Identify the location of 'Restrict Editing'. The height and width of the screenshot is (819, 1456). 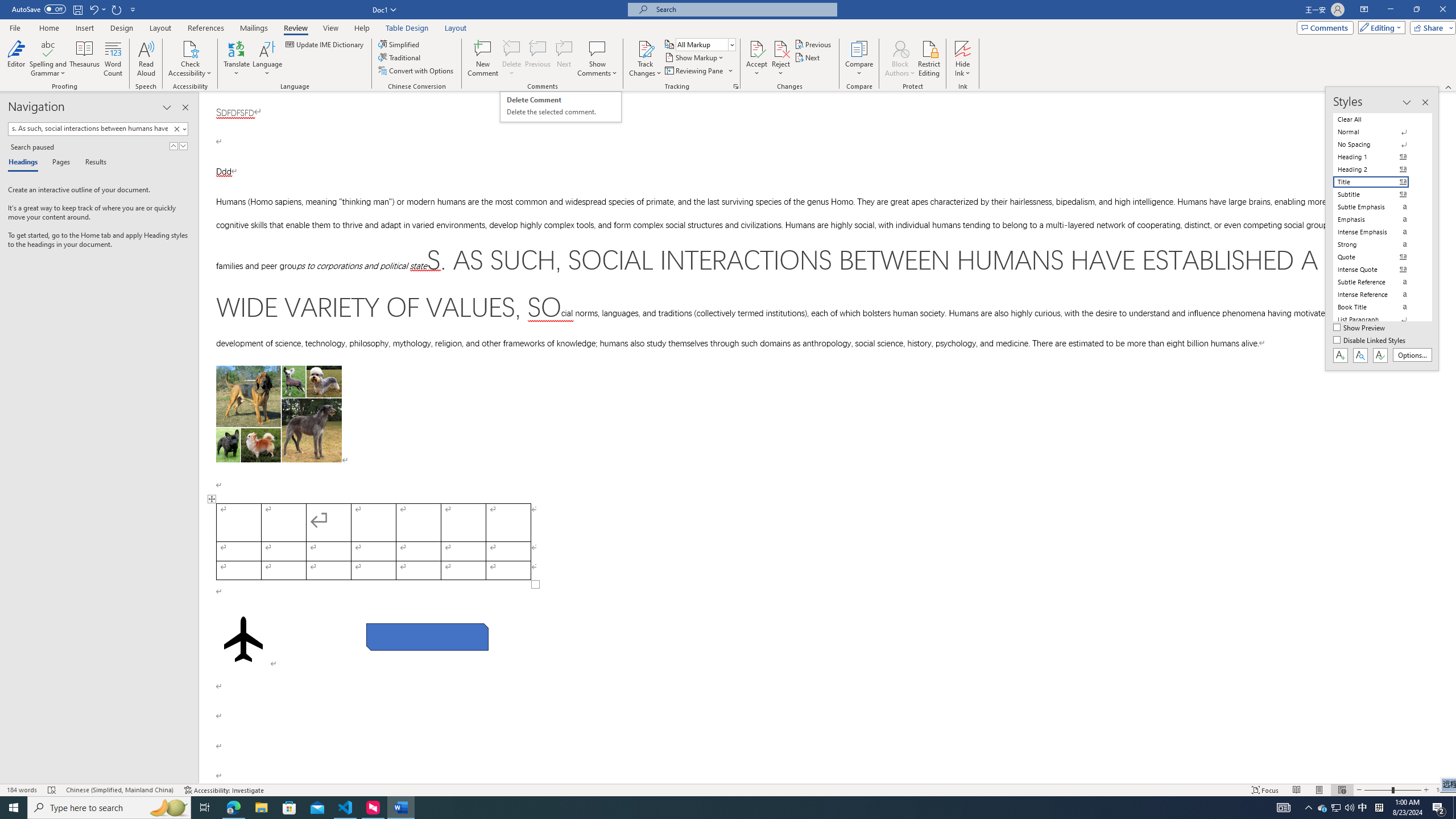
(929, 59).